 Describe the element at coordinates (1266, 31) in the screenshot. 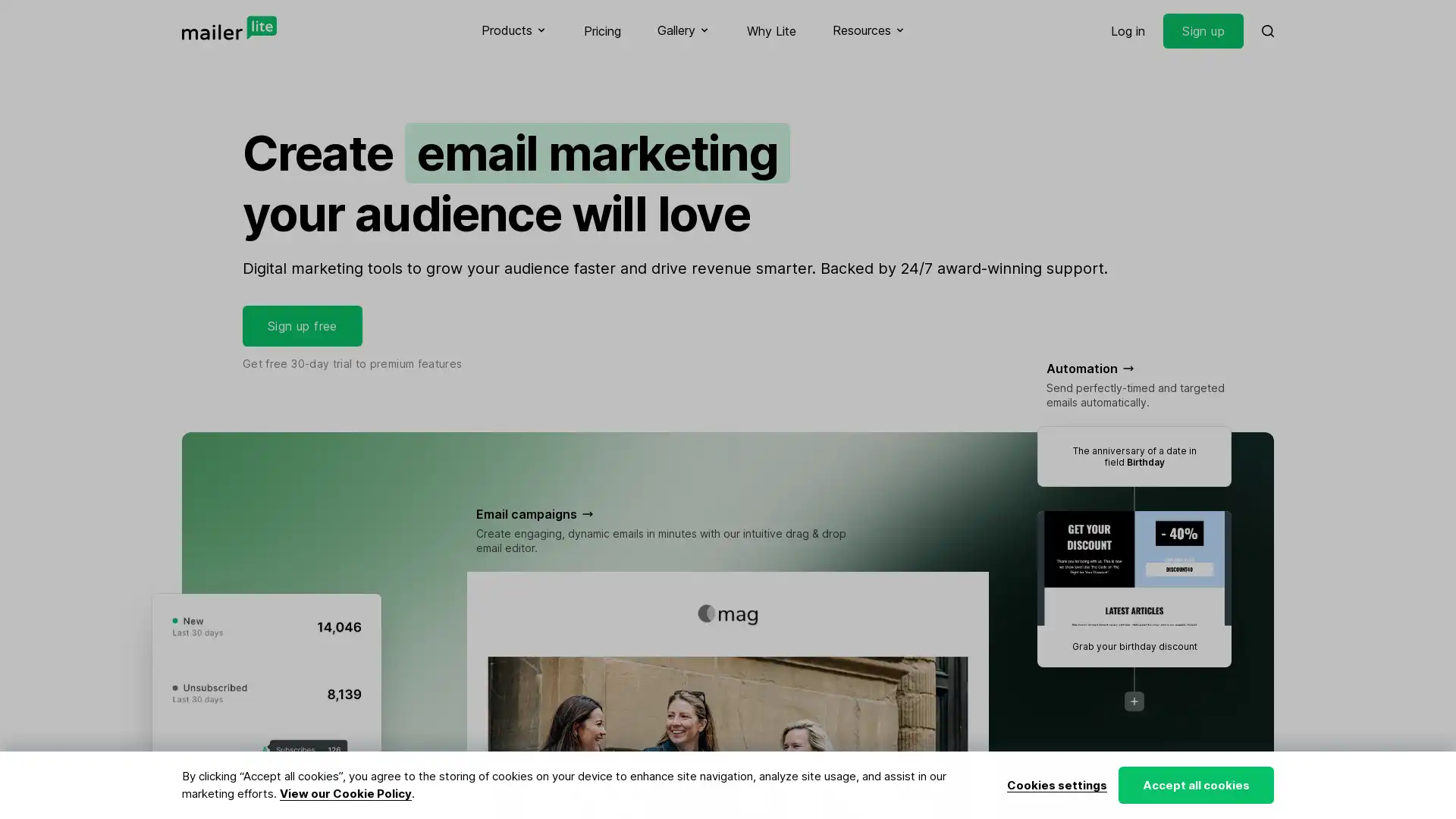

I see `Search MailerLite` at that location.